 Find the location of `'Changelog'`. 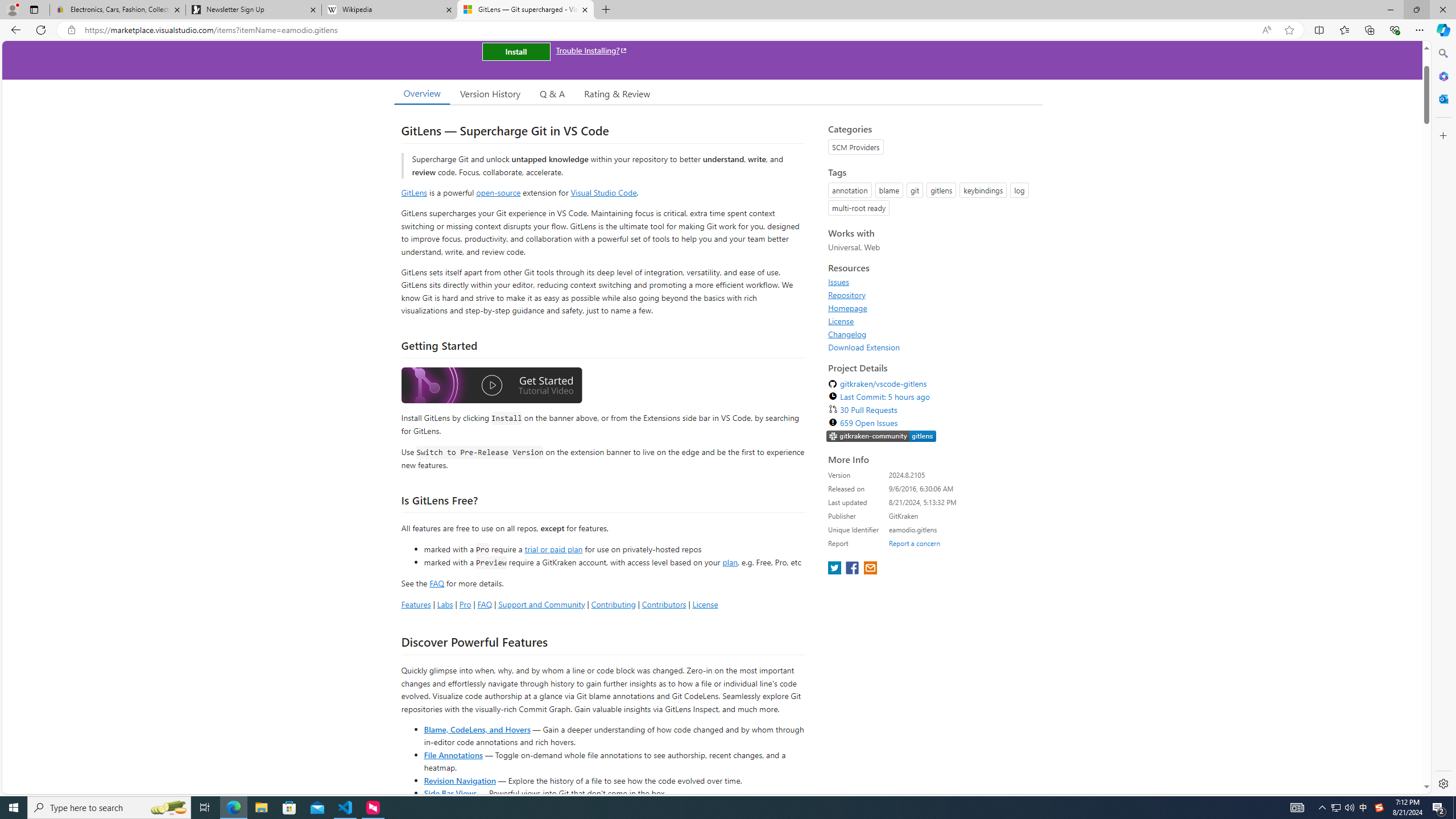

'Changelog' is located at coordinates (932, 333).